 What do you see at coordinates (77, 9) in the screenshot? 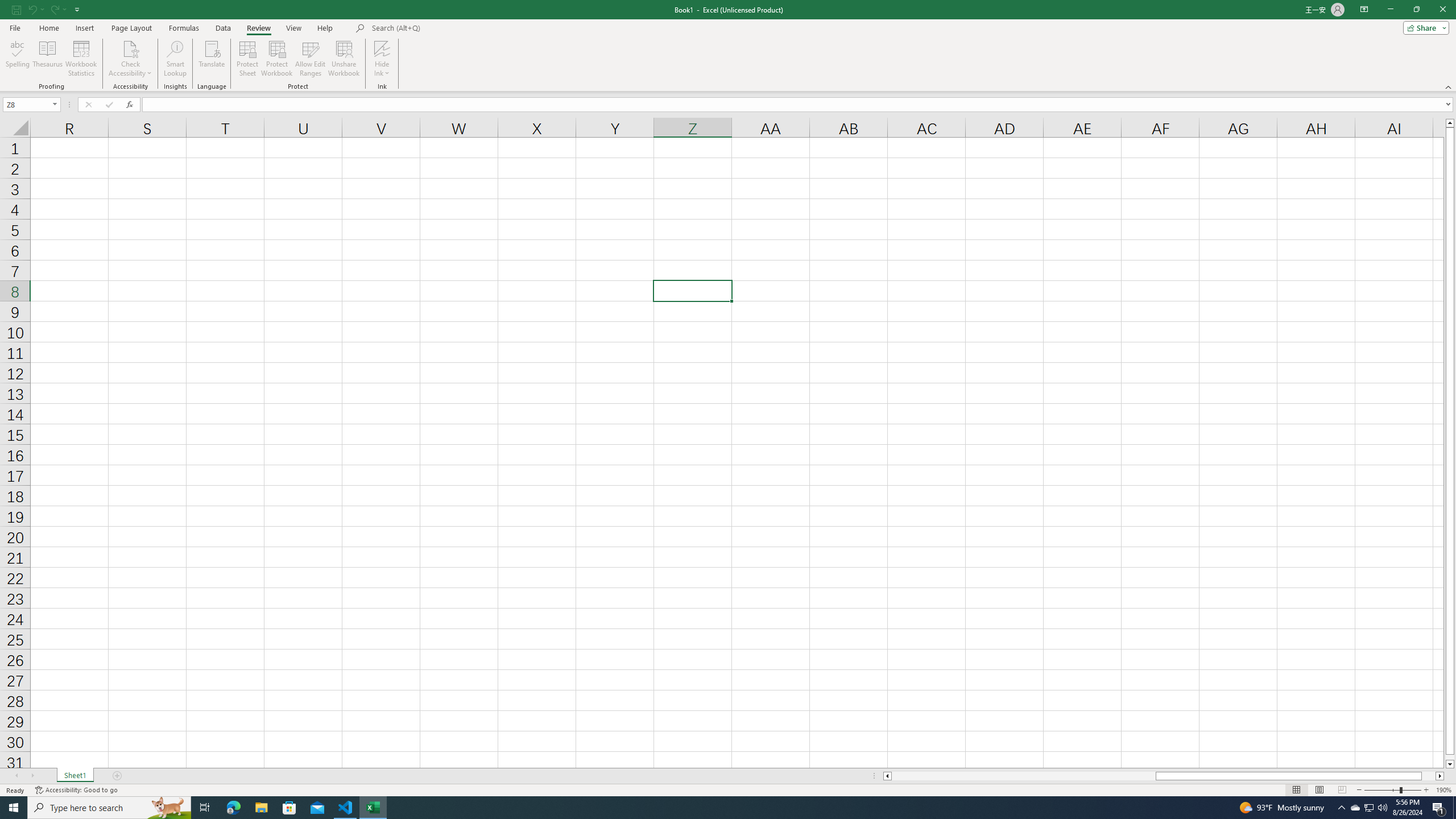
I see `'Customize Quick Access Toolbar'` at bounding box center [77, 9].